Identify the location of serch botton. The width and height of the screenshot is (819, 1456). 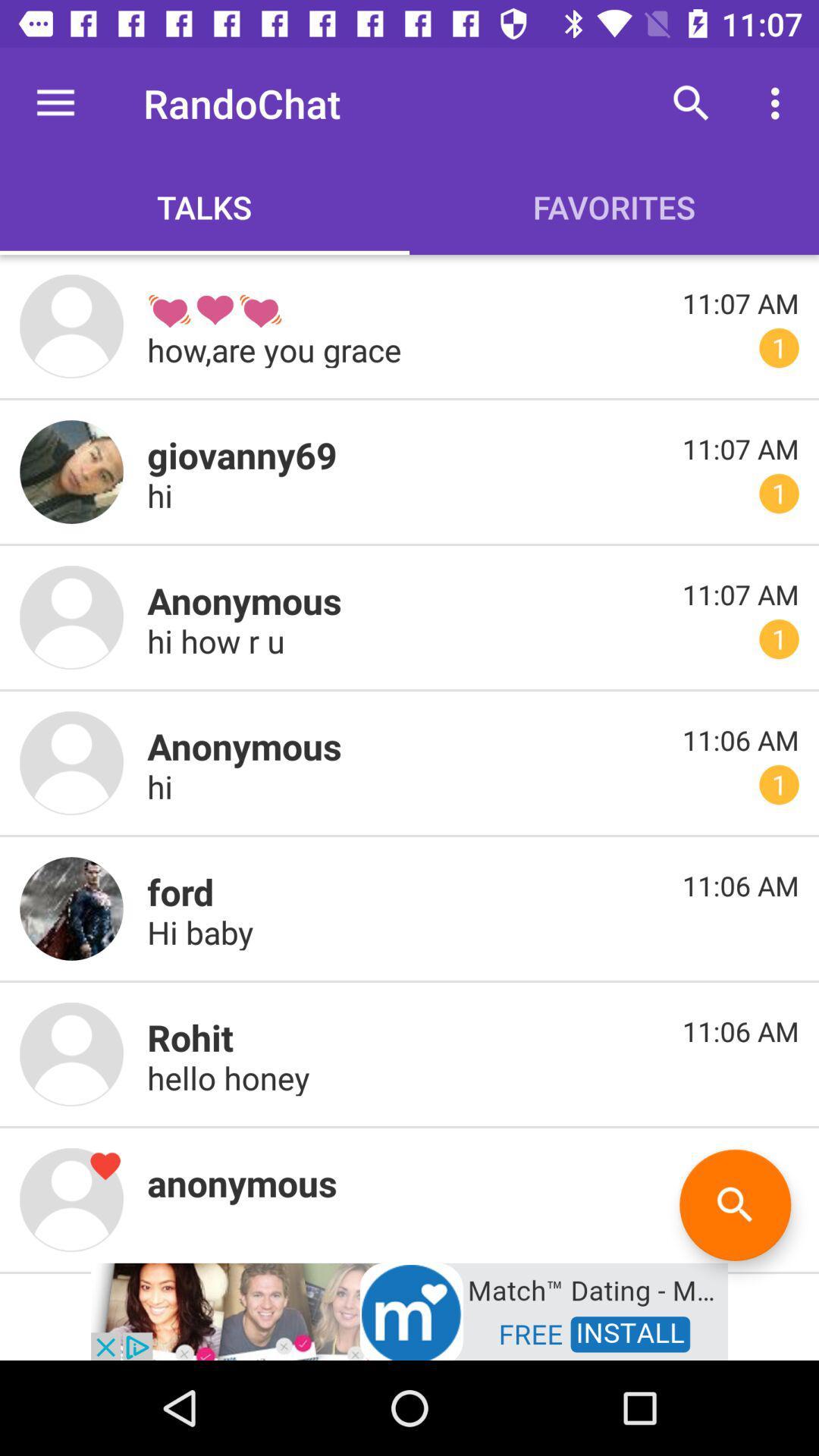
(734, 1204).